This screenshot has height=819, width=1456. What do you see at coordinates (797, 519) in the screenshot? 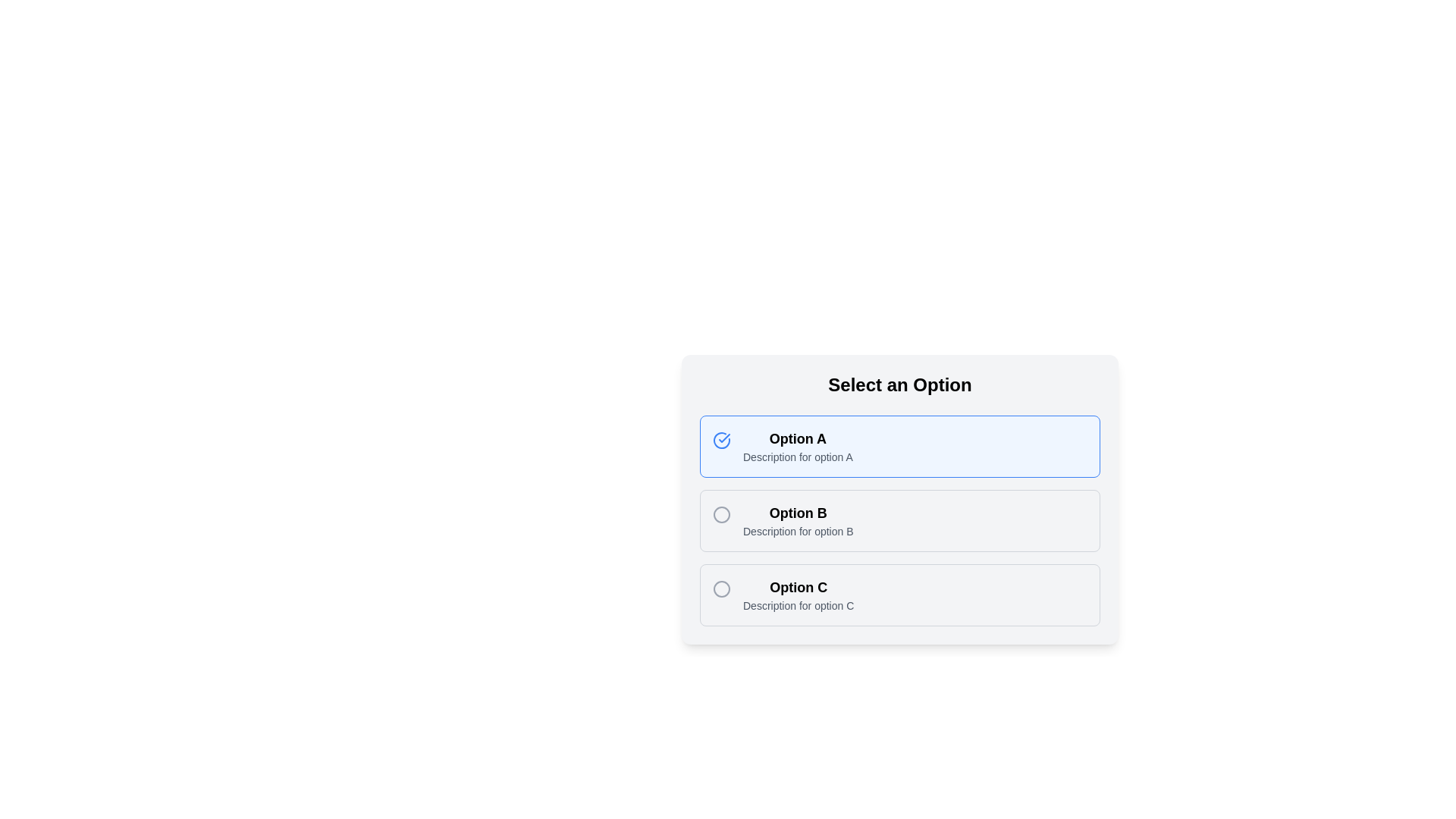
I see `the Text Label that displays 'Option B' and its description, located in the second row of the selection list` at bounding box center [797, 519].